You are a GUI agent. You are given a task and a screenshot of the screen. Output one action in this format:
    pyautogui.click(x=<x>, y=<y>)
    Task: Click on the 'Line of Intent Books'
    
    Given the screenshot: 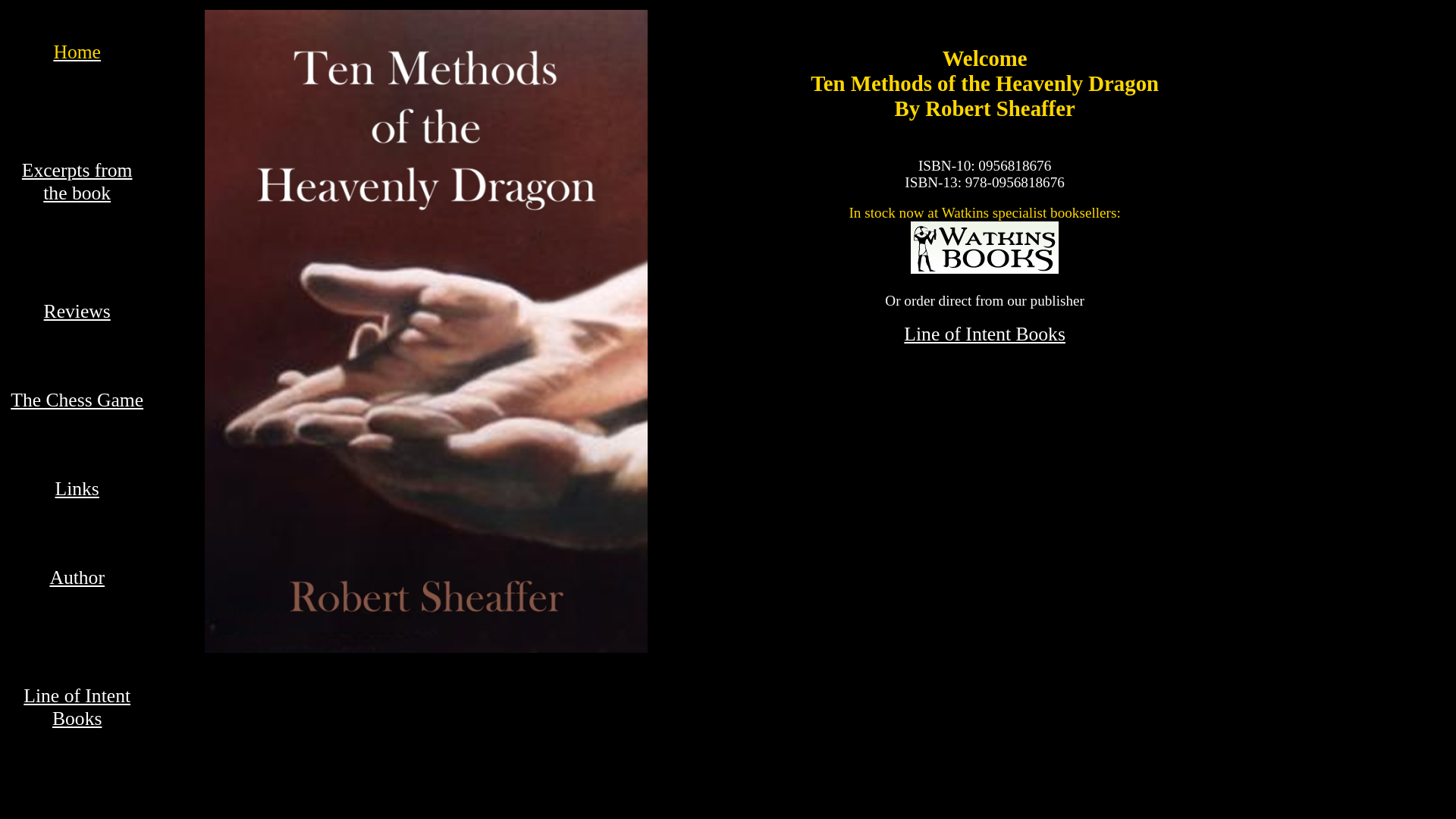 What is the action you would take?
    pyautogui.click(x=903, y=333)
    